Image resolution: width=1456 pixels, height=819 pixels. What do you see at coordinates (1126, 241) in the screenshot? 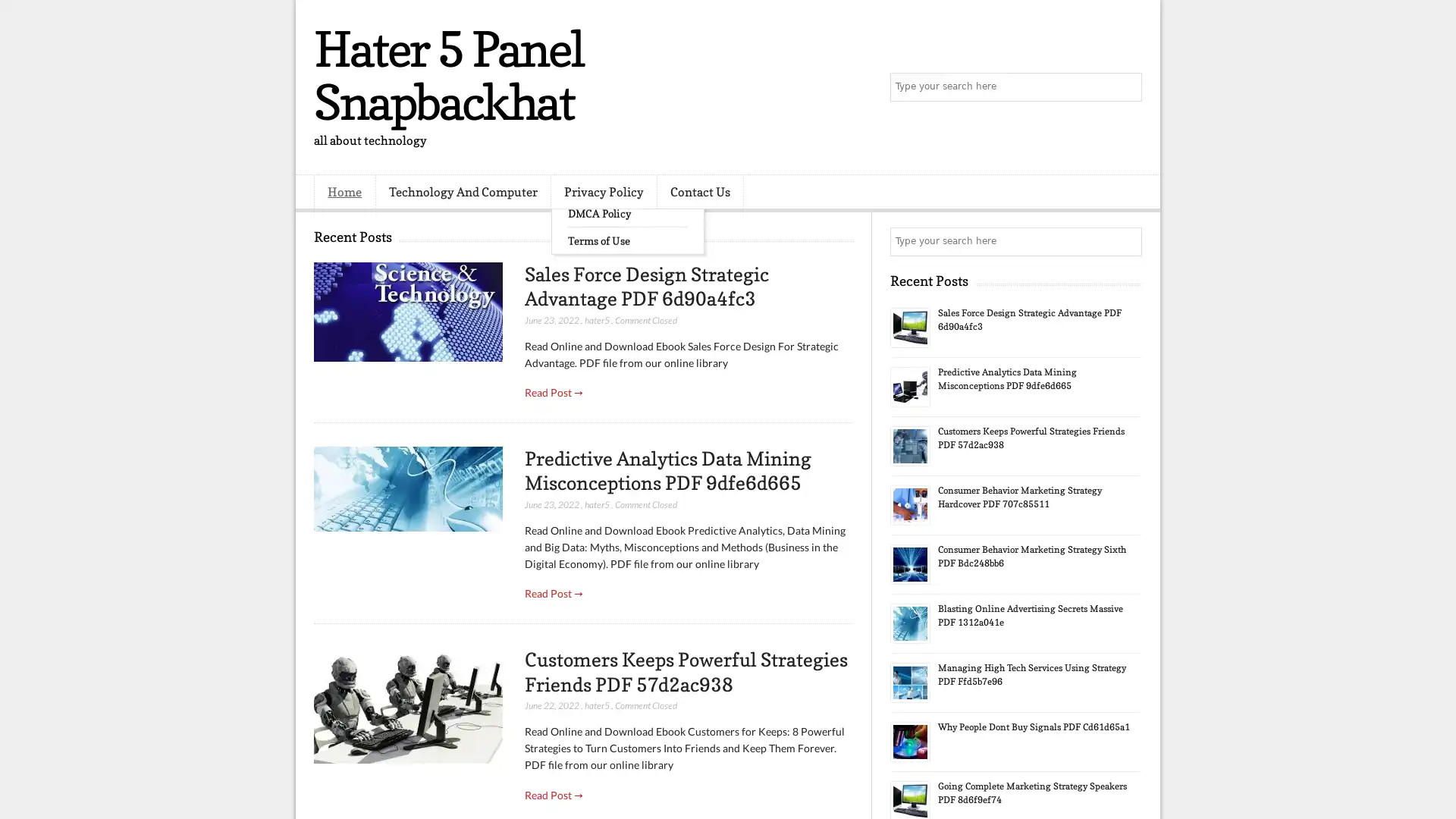
I see `Search` at bounding box center [1126, 241].